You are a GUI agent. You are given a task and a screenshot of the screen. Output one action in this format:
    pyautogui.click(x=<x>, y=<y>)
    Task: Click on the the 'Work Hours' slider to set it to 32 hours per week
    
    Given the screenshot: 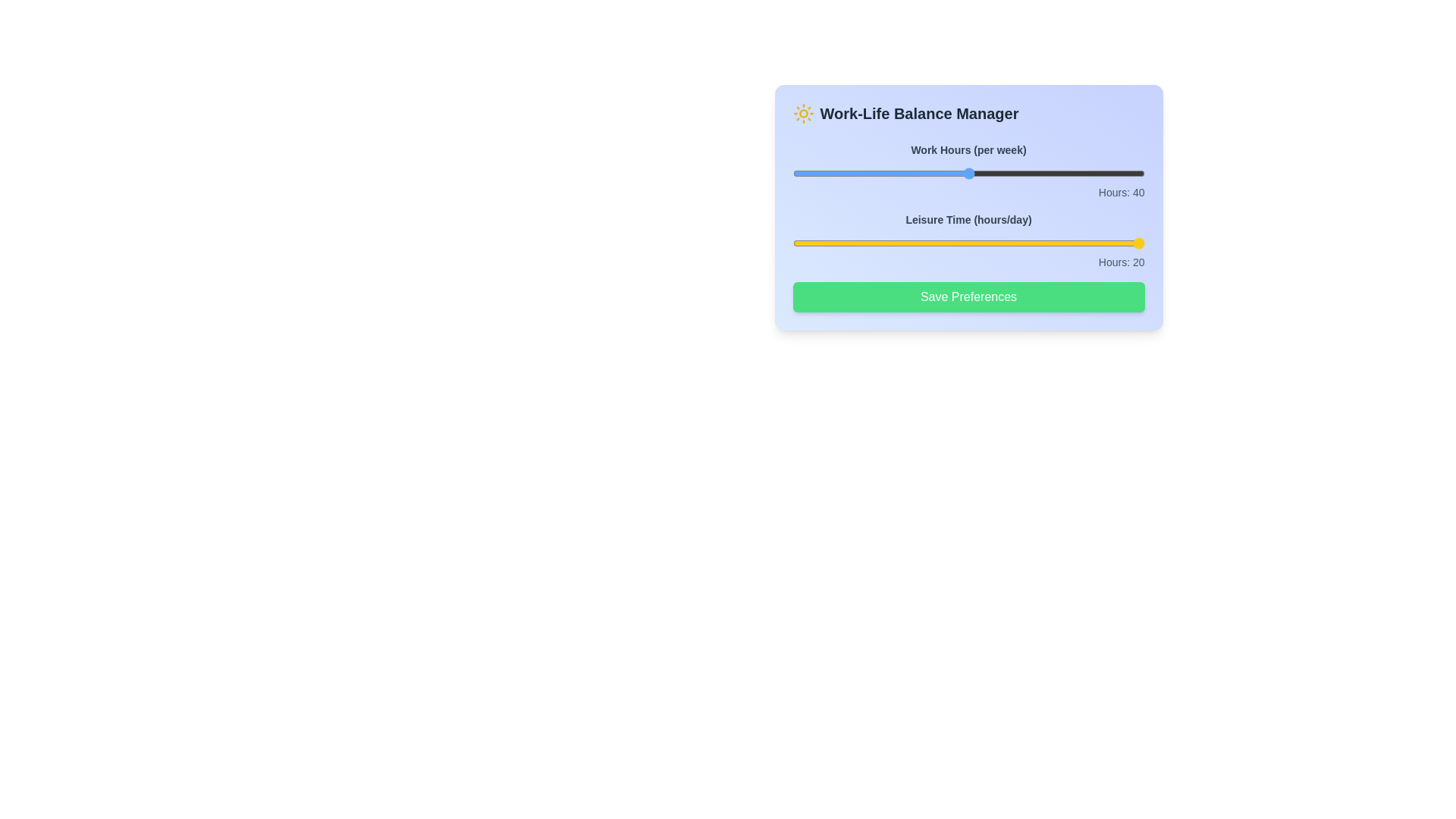 What is the action you would take?
    pyautogui.click(x=898, y=172)
    